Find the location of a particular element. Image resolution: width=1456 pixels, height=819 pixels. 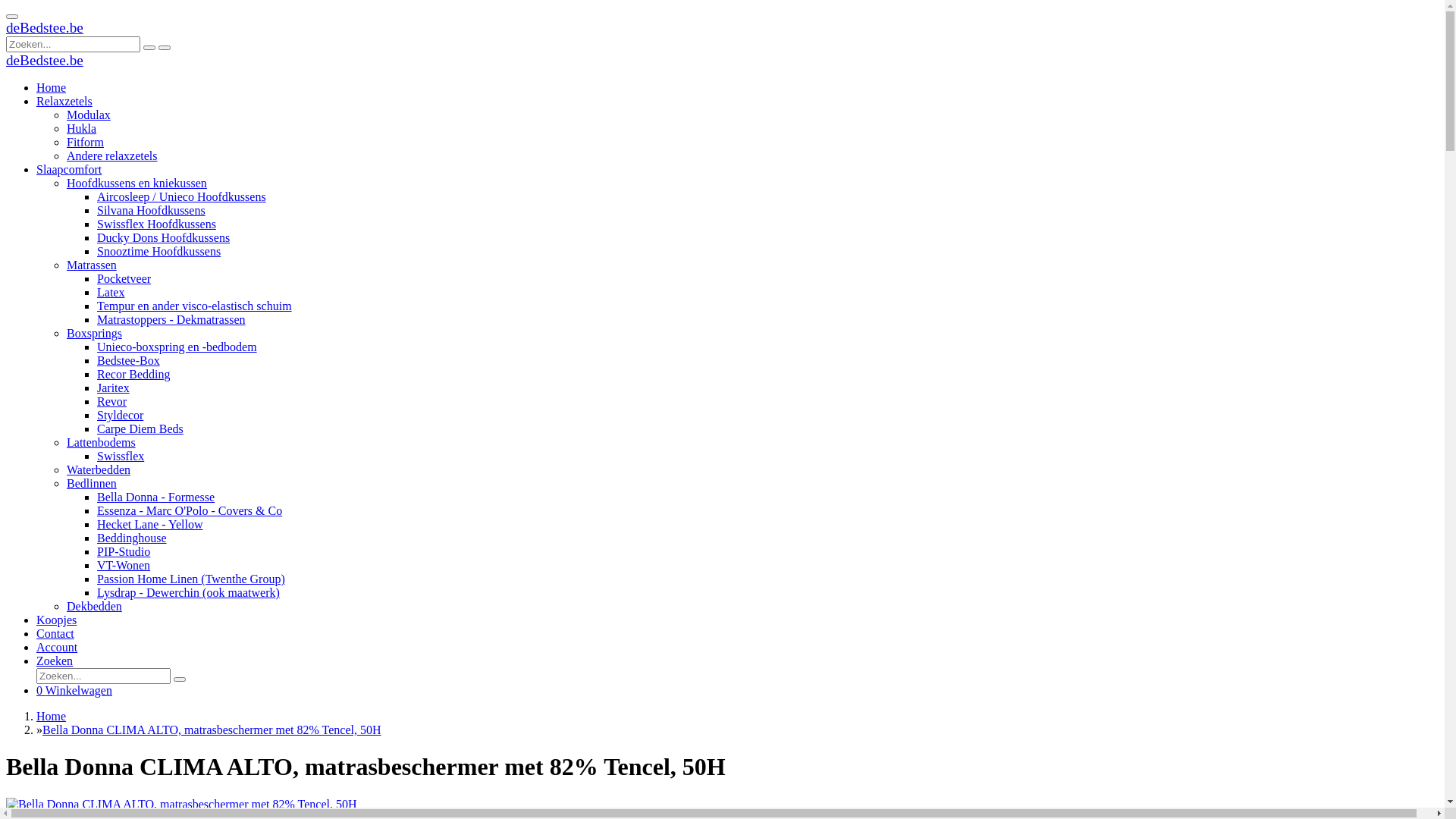

'Revor' is located at coordinates (111, 400).